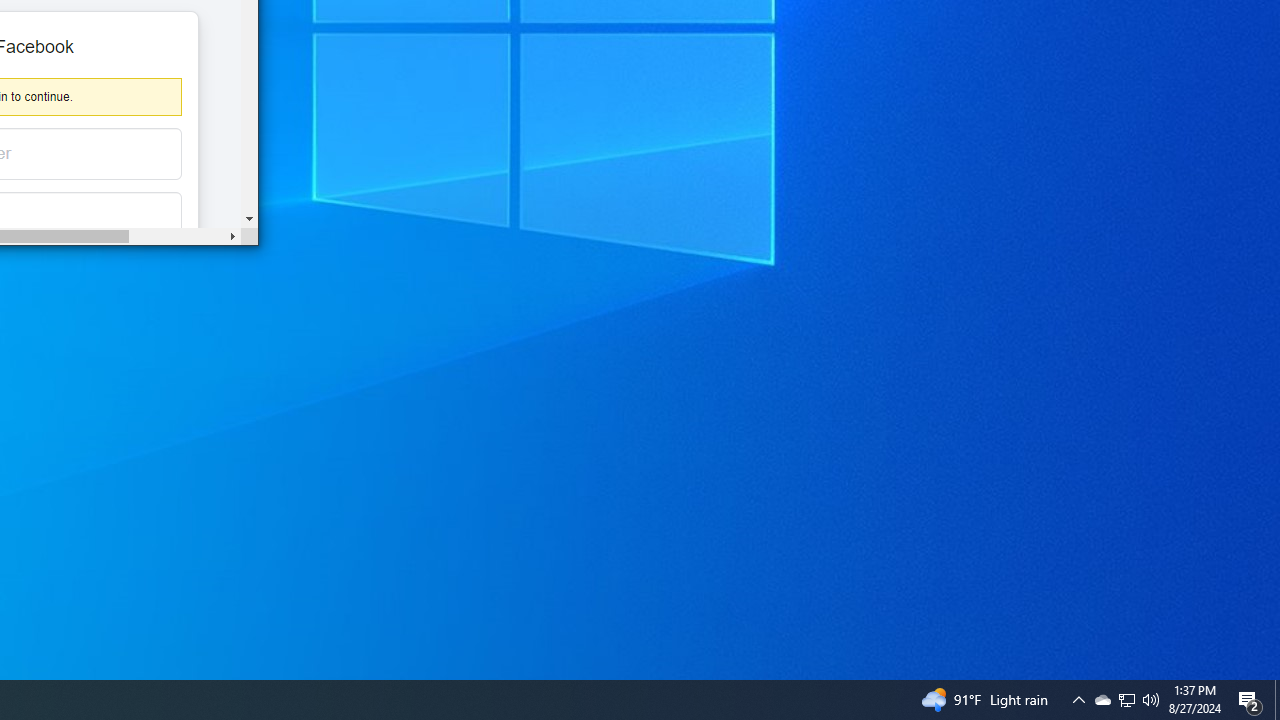 The image size is (1280, 720). I want to click on 'Show desktop', so click(1276, 698).